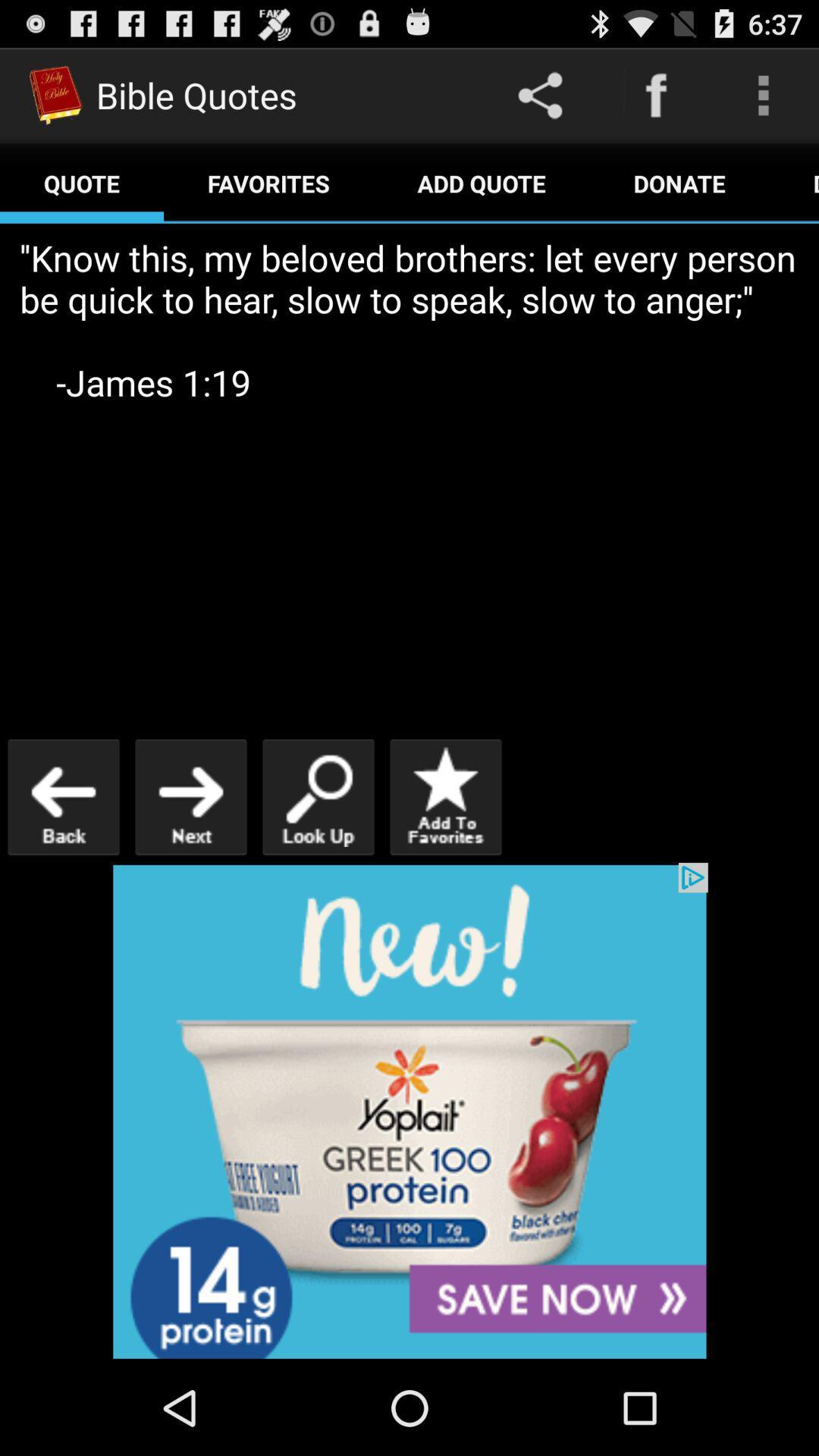  I want to click on go back, so click(63, 796).